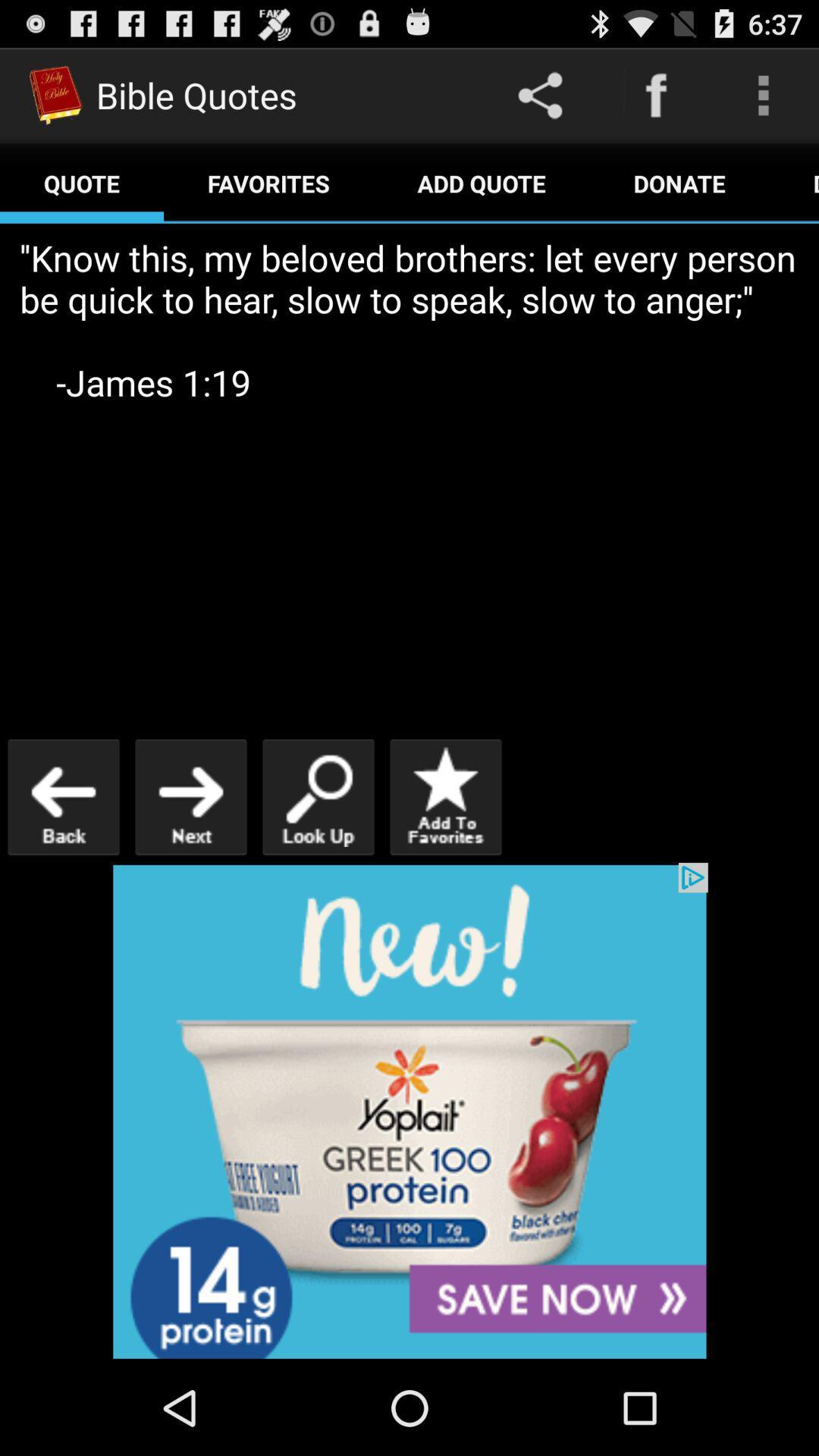  I want to click on go back, so click(63, 796).